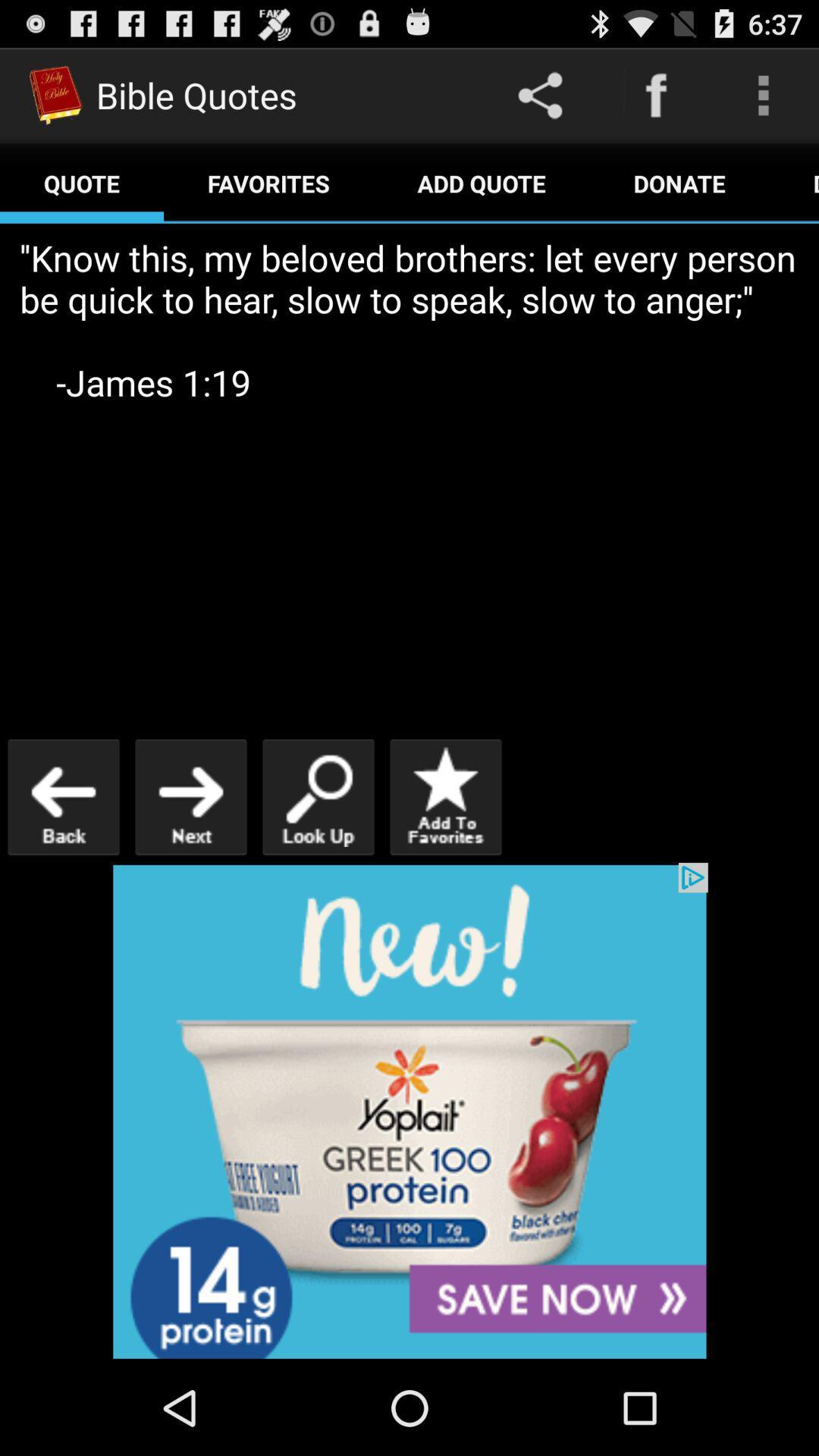  I want to click on go back, so click(63, 796).